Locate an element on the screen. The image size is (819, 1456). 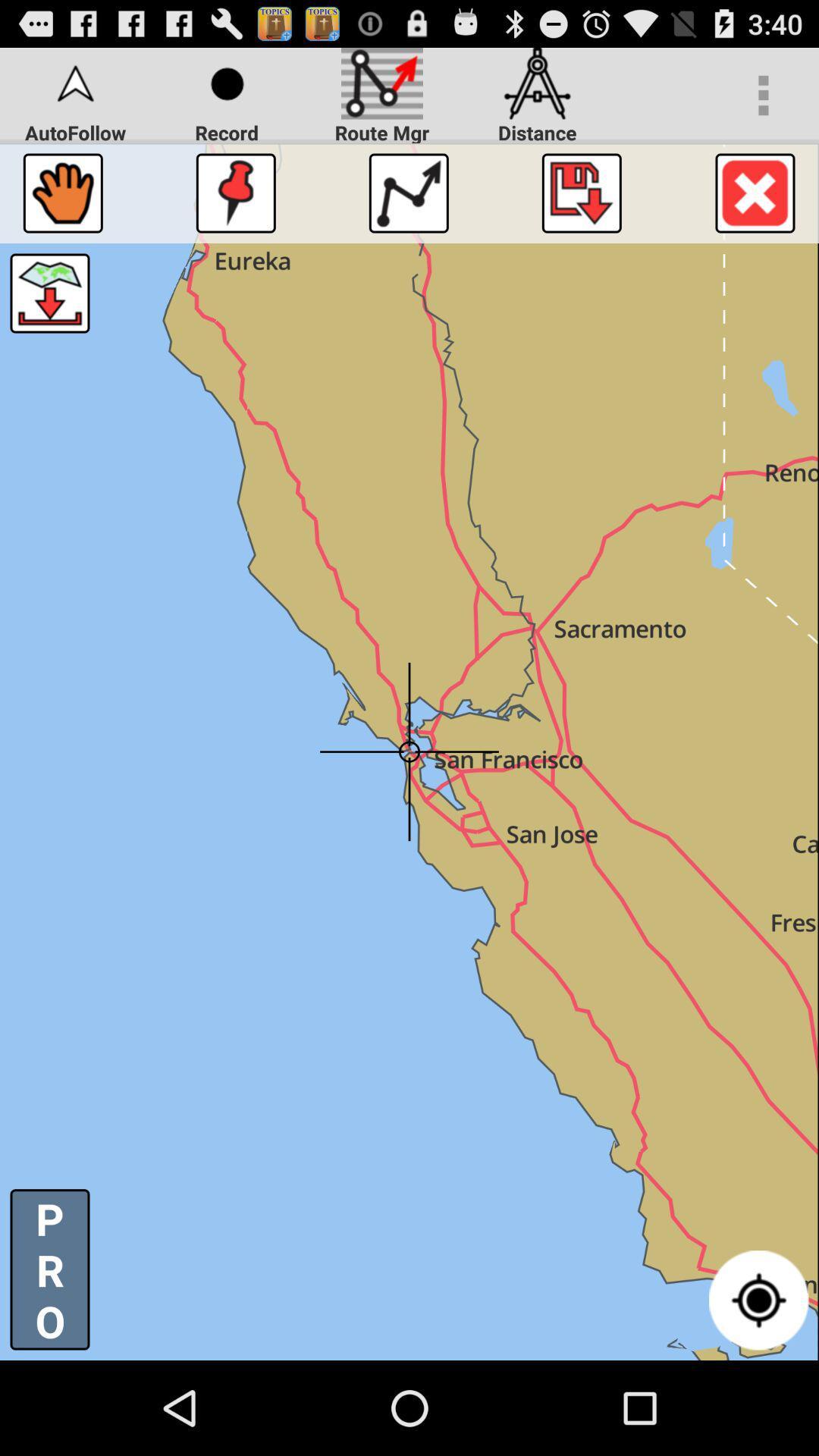
waypoint is located at coordinates (236, 192).